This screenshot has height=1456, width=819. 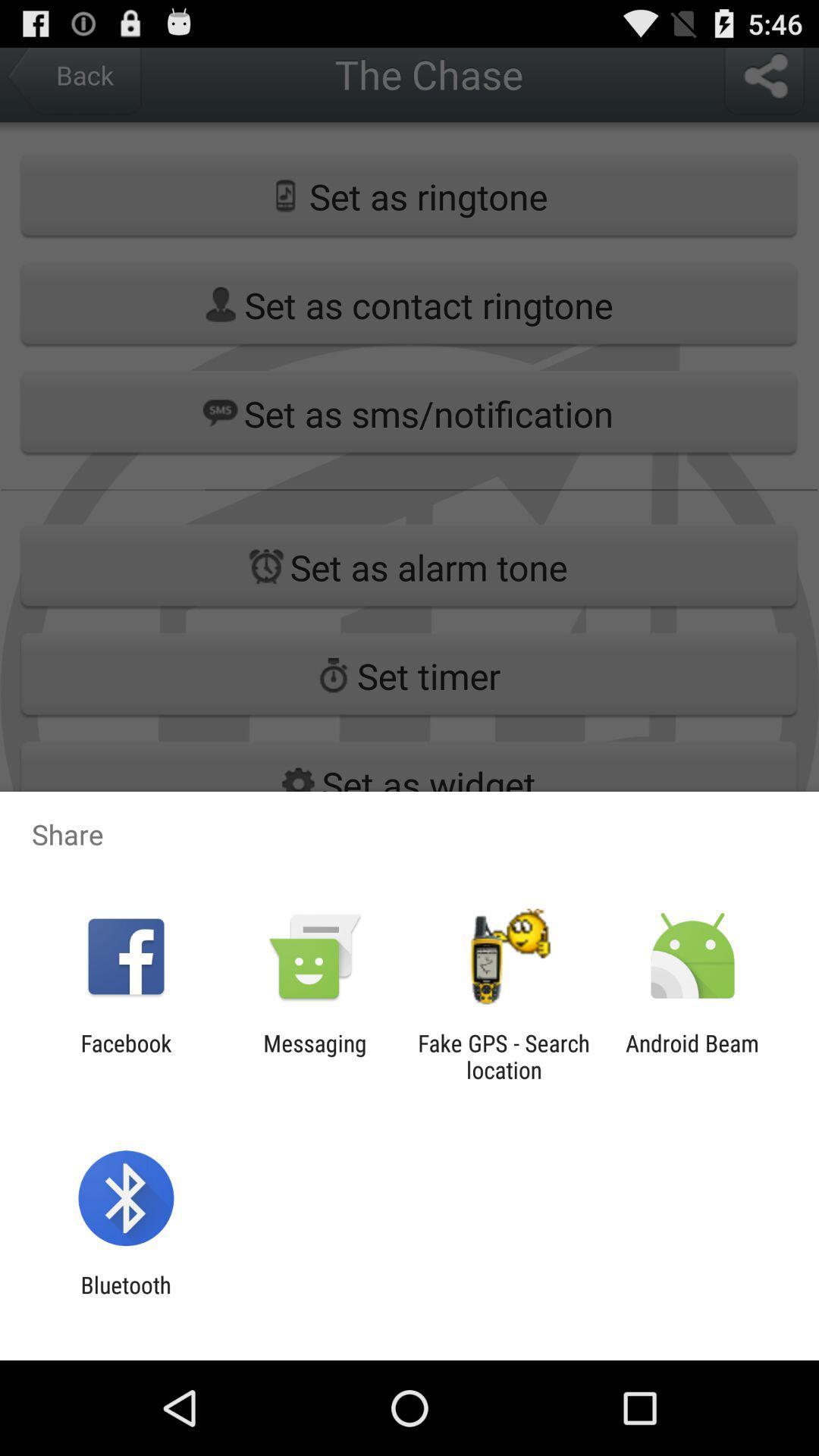 What do you see at coordinates (314, 1056) in the screenshot?
I see `the item next to the fake gps search icon` at bounding box center [314, 1056].